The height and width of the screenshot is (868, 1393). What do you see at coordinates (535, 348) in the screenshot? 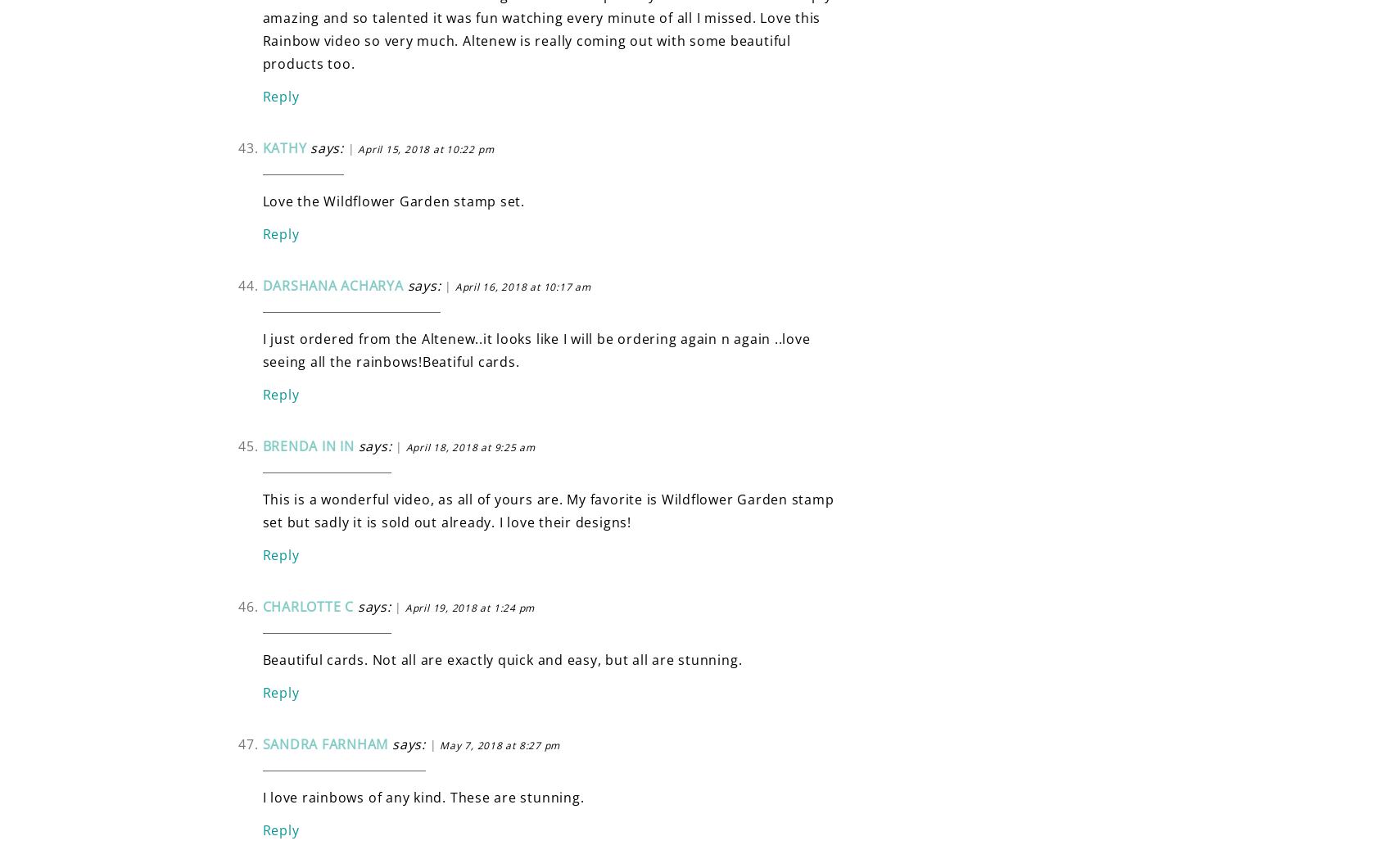
I see `'I just ordered from the Altenew..it looks like I will be ordering again n again ..love seeing all the rainbows!Beatiful cards.'` at bounding box center [535, 348].